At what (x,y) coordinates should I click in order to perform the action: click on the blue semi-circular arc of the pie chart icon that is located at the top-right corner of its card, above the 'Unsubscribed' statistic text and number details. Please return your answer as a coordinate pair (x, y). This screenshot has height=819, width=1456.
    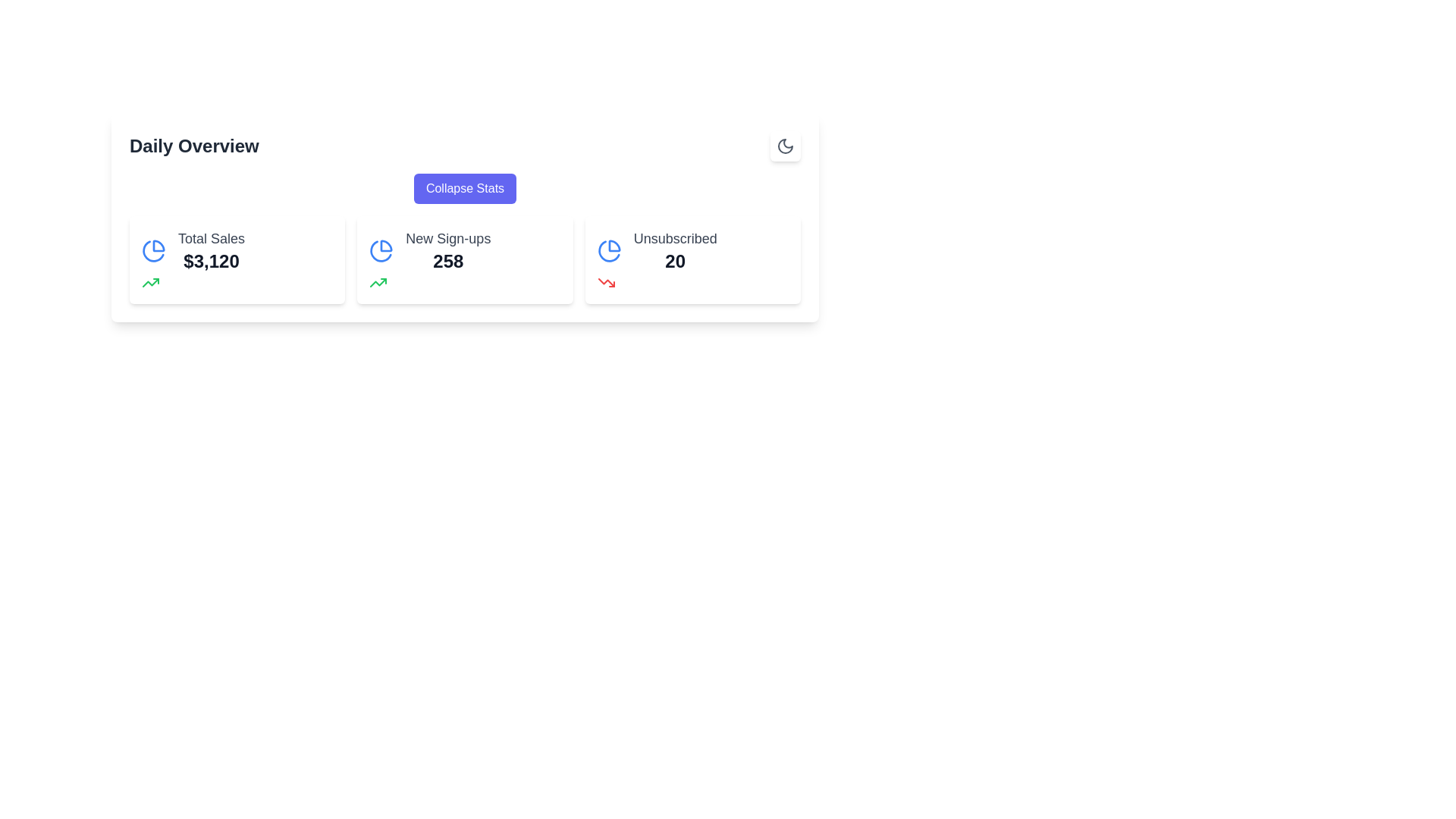
    Looking at the image, I should click on (614, 245).